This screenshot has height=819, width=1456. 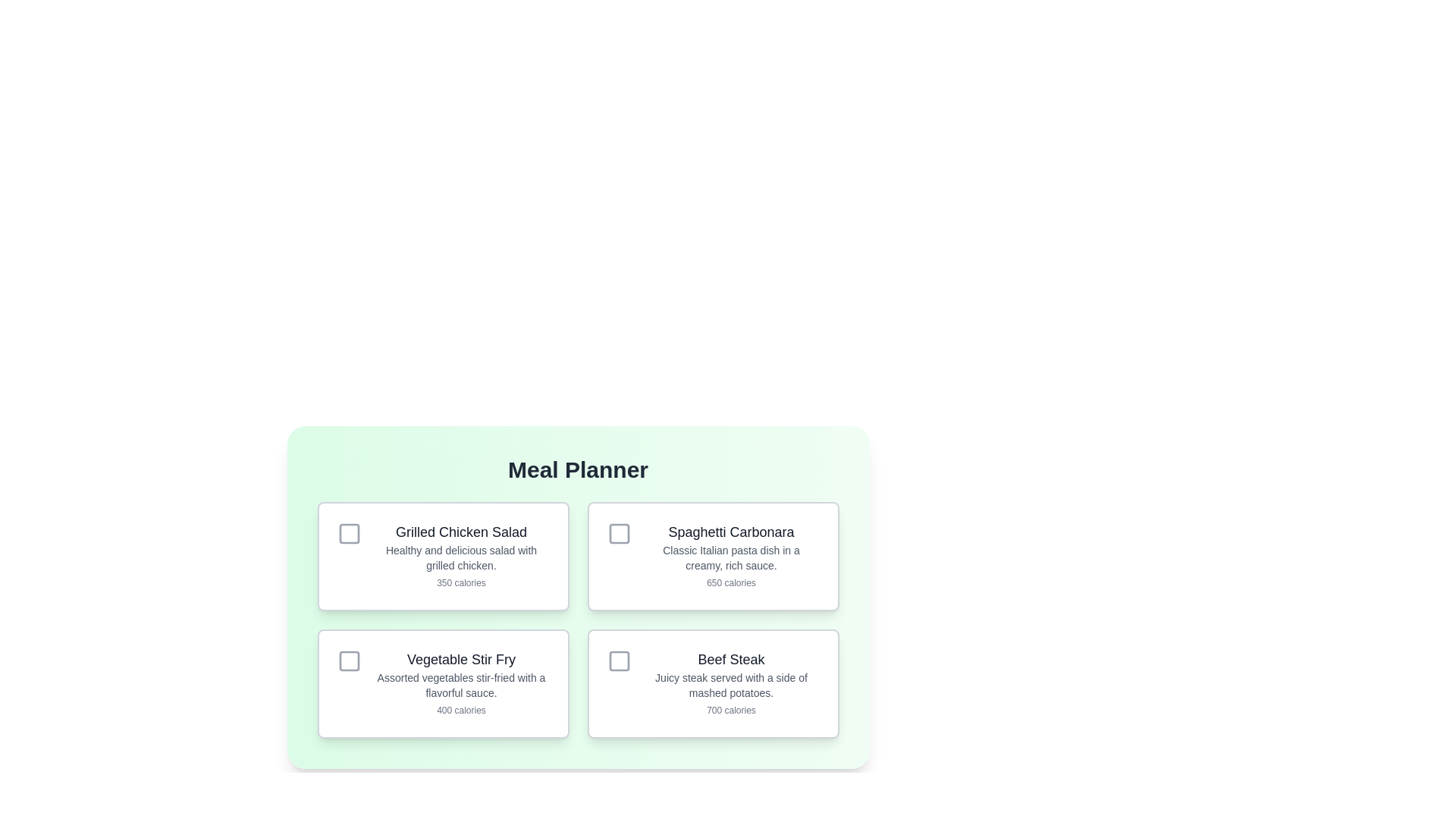 I want to click on the center of the checkbox located within the card labeled 'Spaghetti Carbonara', so click(x=619, y=533).